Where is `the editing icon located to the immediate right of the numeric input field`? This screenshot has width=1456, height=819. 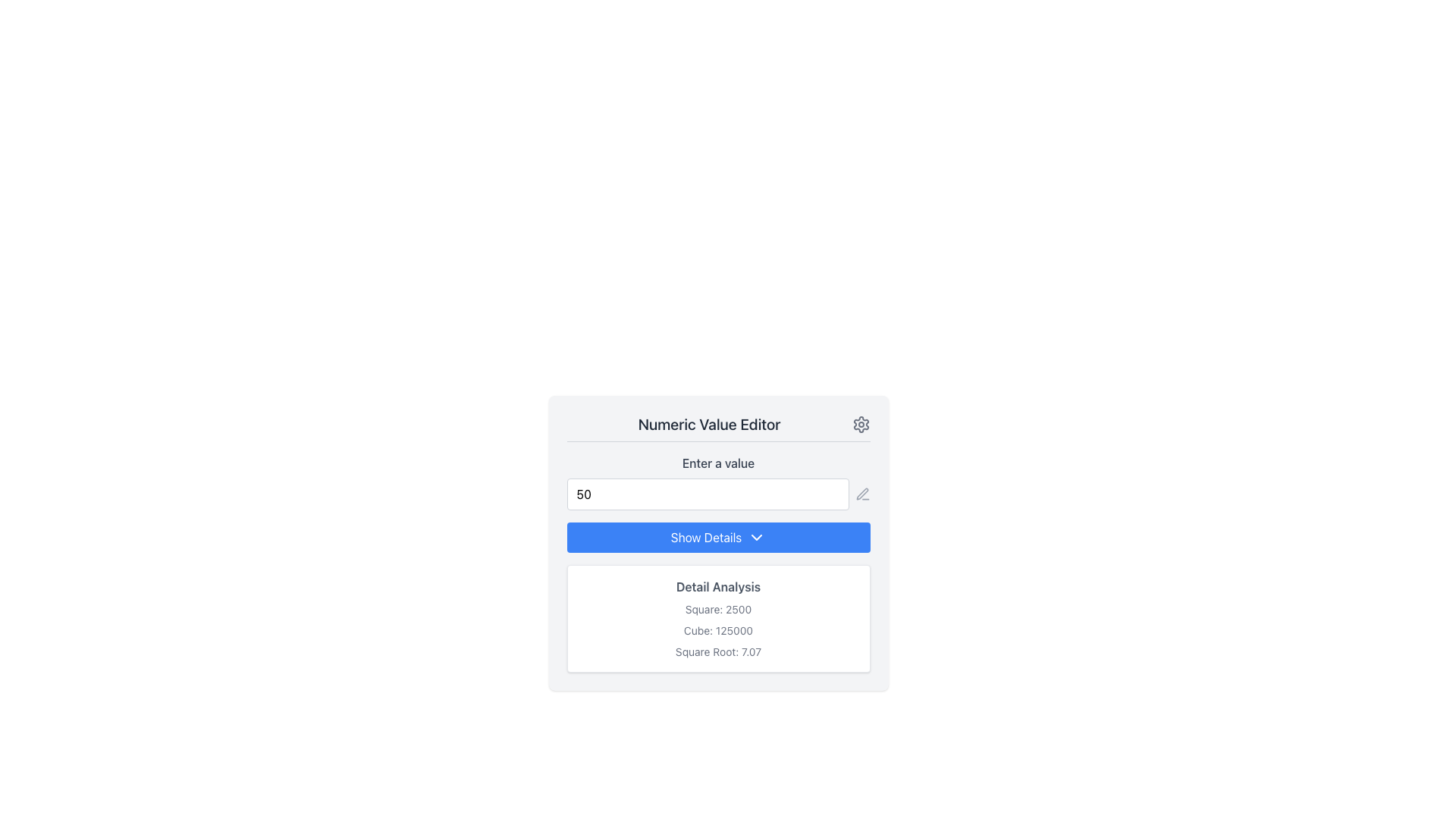 the editing icon located to the immediate right of the numeric input field is located at coordinates (862, 494).